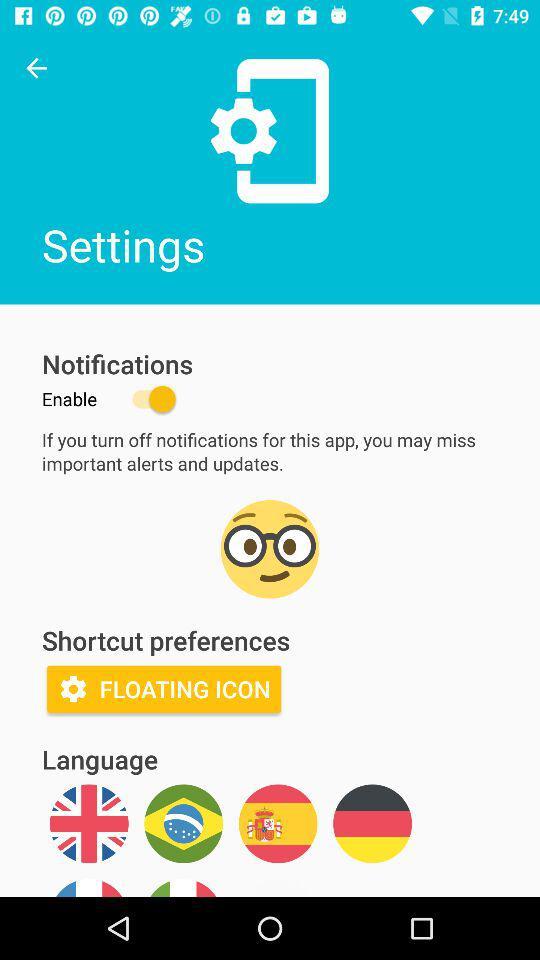 This screenshot has width=540, height=960. Describe the element at coordinates (372, 823) in the screenshot. I see `the national_flag icon` at that location.